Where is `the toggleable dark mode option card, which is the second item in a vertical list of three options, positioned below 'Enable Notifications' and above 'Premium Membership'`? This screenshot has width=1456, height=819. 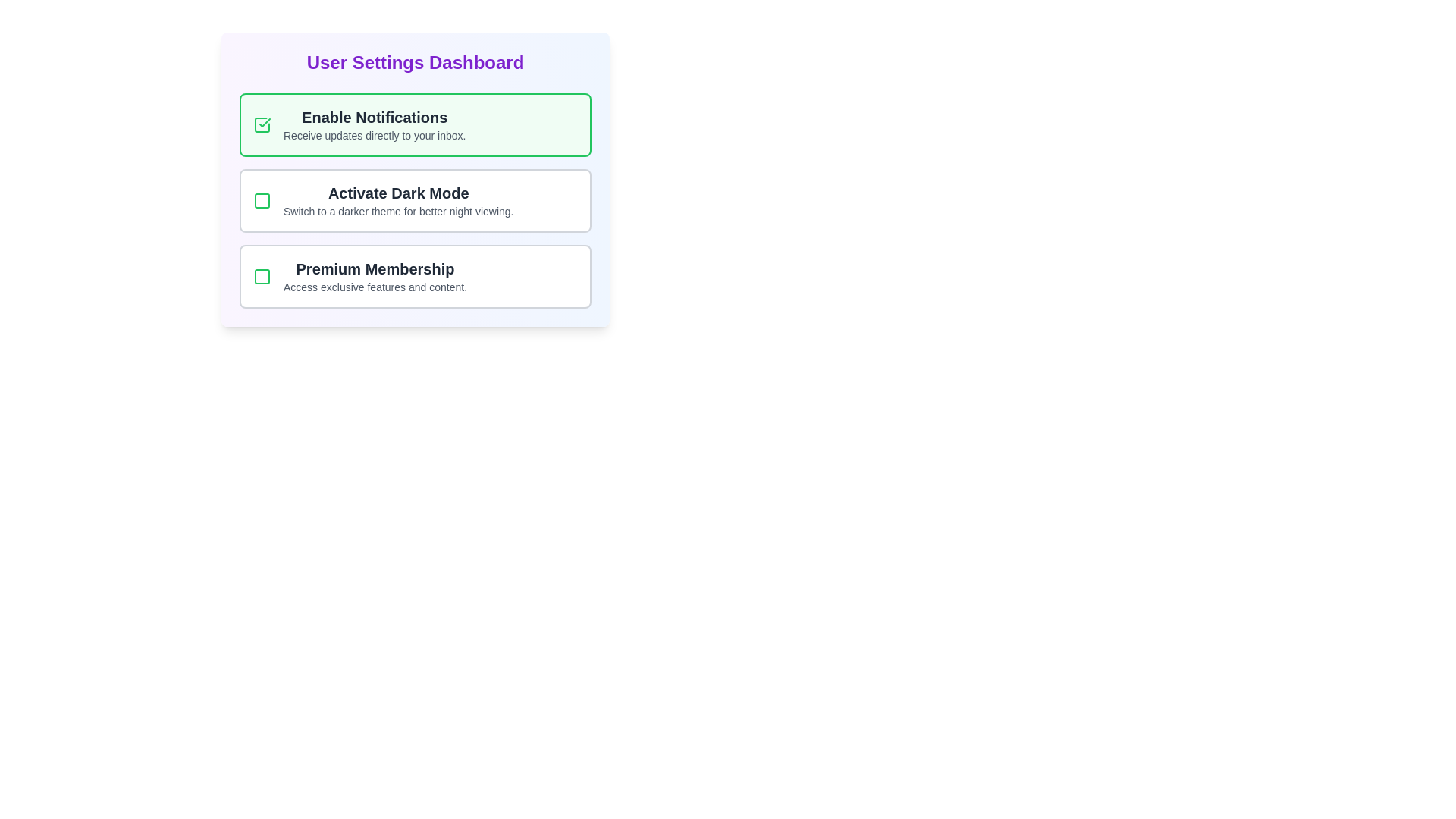 the toggleable dark mode option card, which is the second item in a vertical list of three options, positioned below 'Enable Notifications' and above 'Premium Membership' is located at coordinates (415, 200).